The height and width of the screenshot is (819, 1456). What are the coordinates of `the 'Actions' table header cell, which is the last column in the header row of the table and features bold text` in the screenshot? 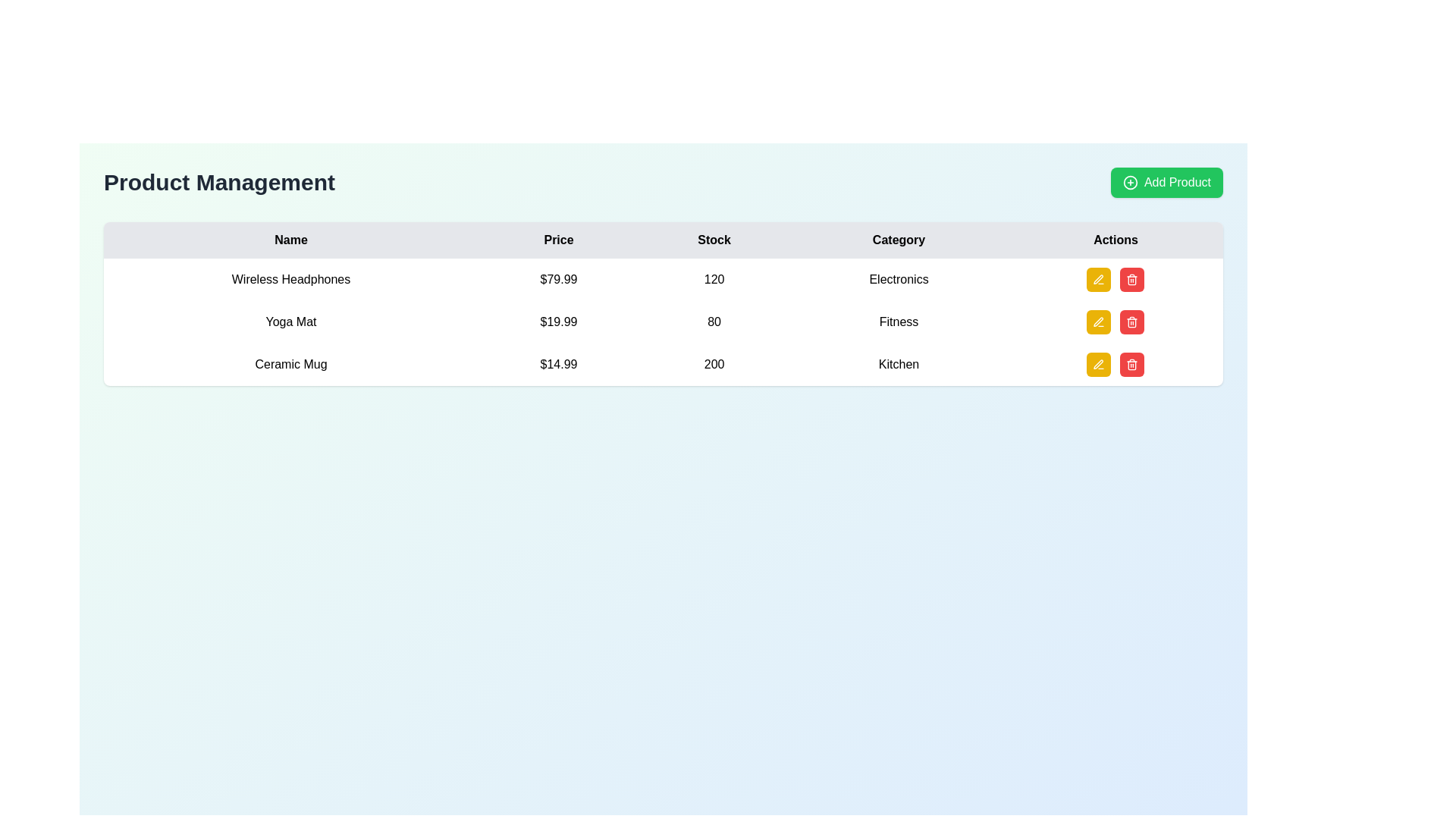 It's located at (1116, 239).